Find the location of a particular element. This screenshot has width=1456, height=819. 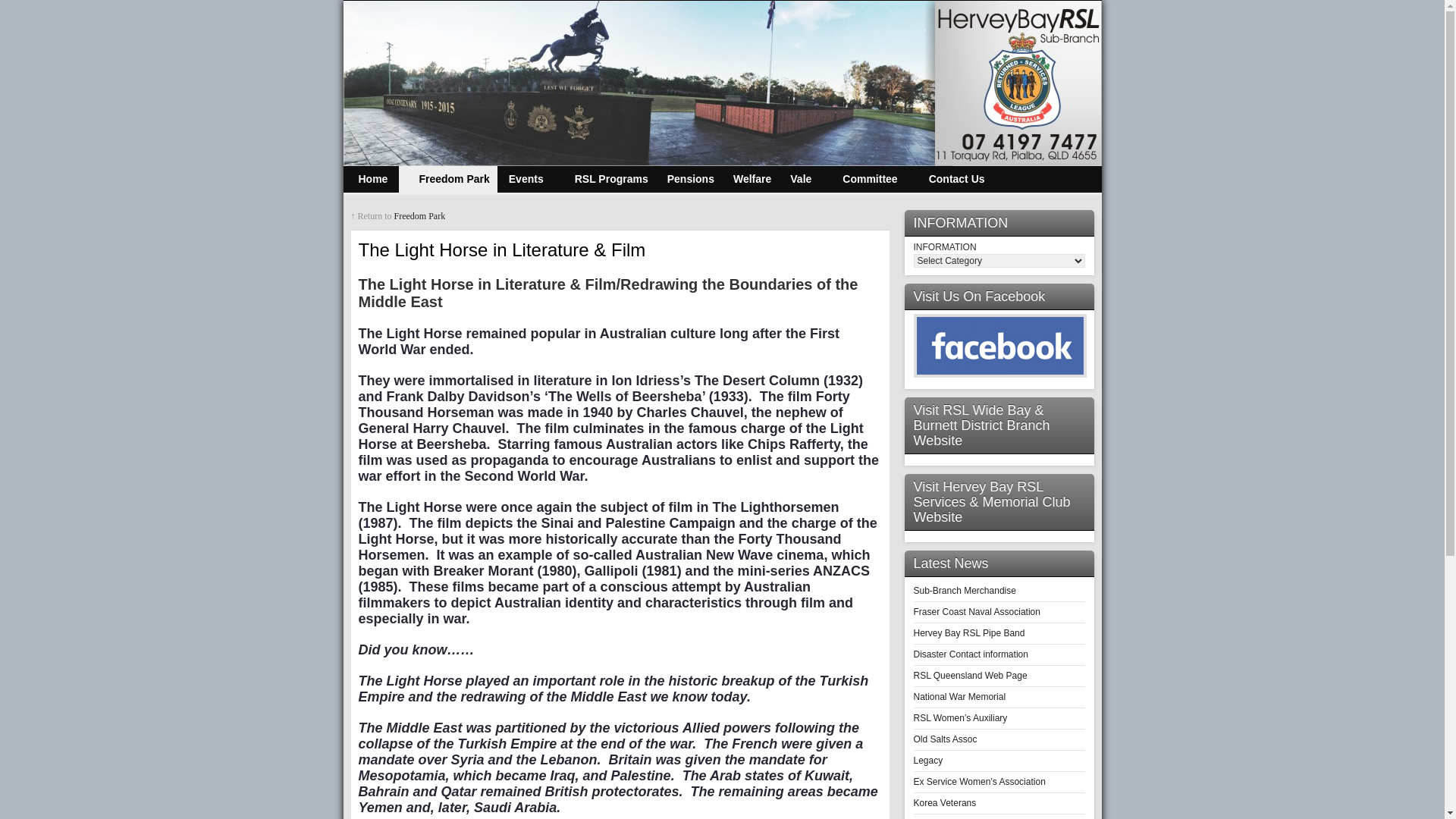

'Welfare' is located at coordinates (752, 178).